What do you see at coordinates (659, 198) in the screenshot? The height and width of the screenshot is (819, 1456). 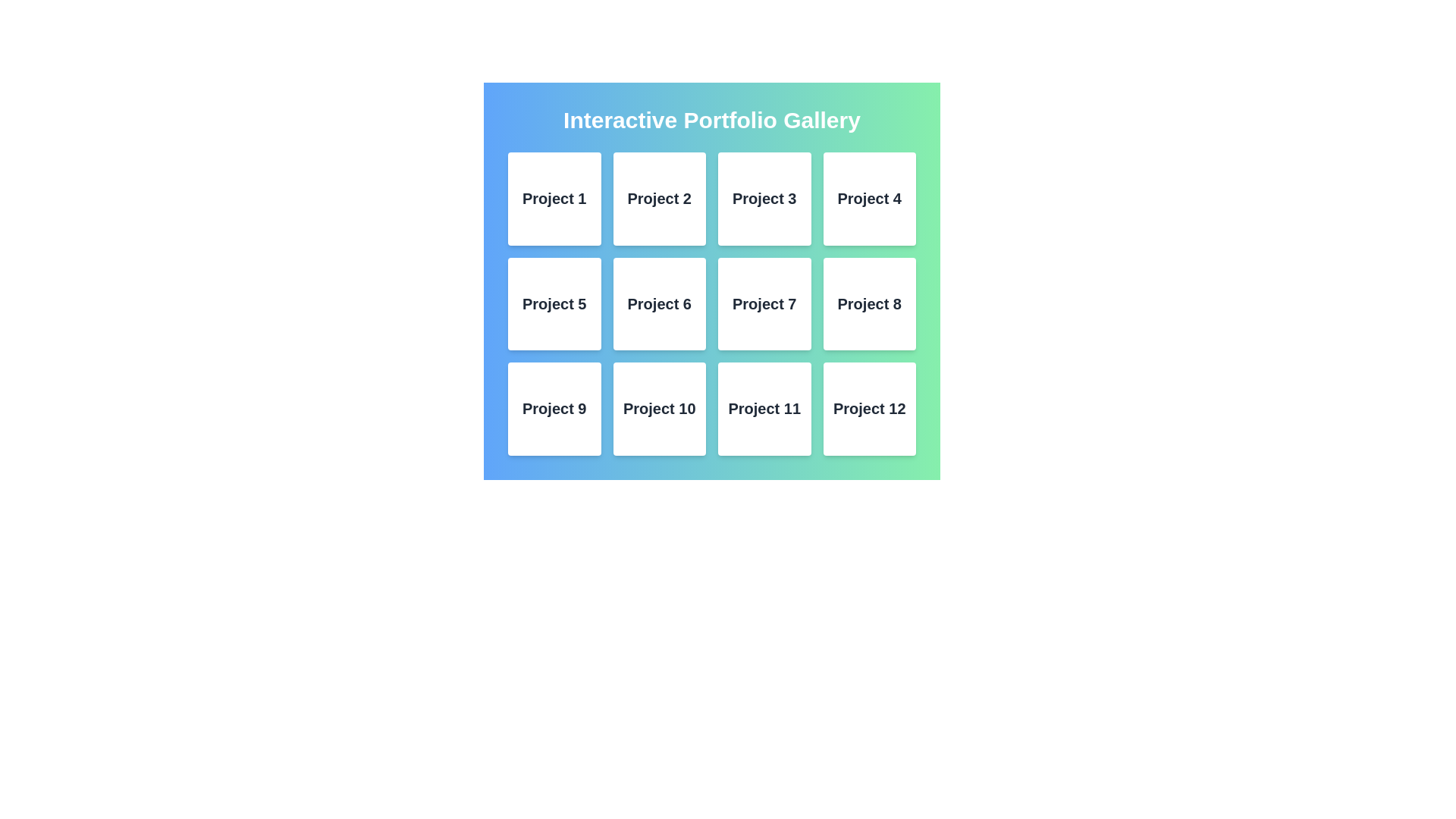 I see `the label card representing 'Project 2', which is the second card in a grid layout, located in the first row and second column` at bounding box center [659, 198].